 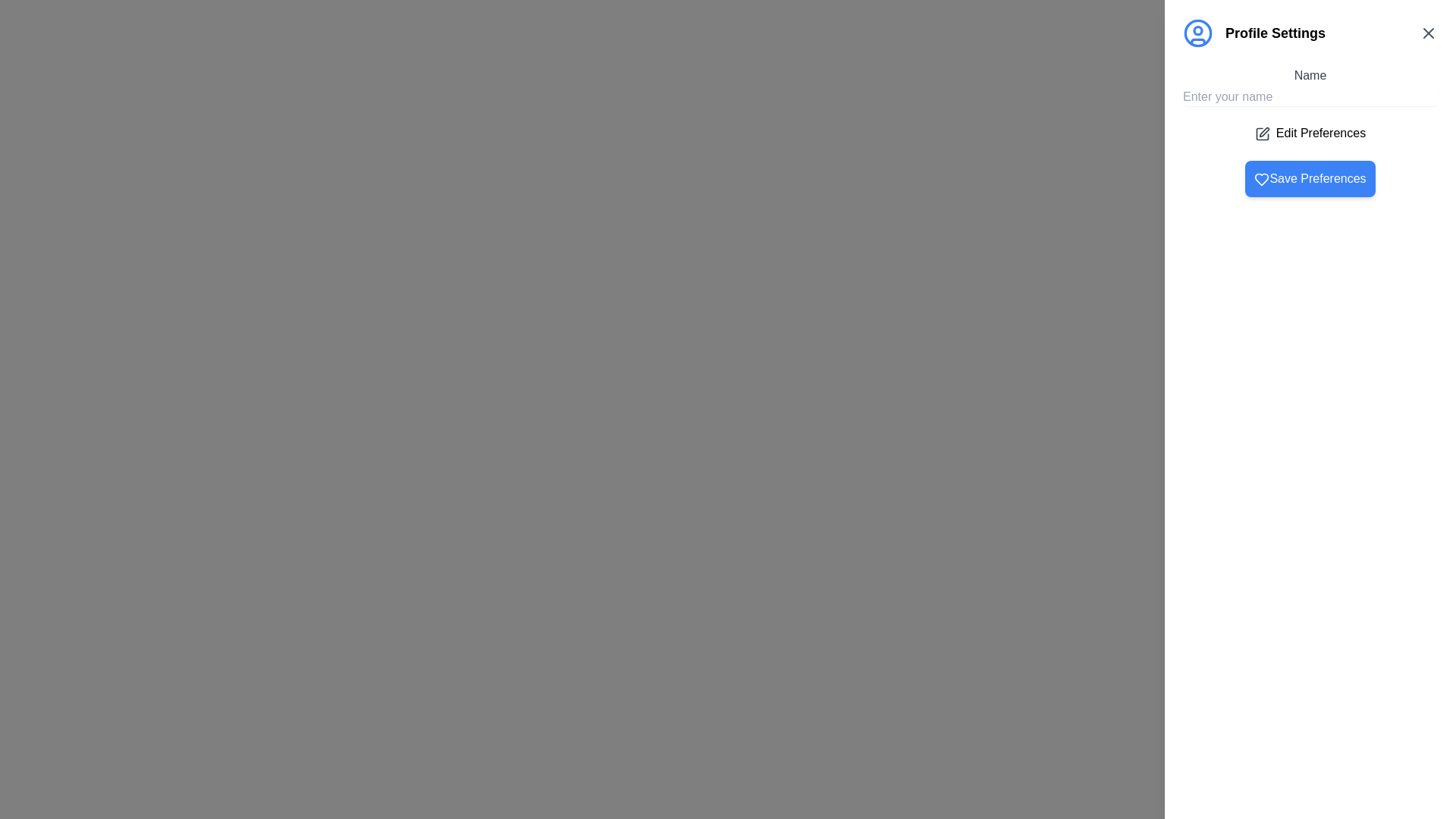 I want to click on the largest graphical circle in the user profile icon located in the upper-left corner of the sidebar, so click(x=1197, y=33).